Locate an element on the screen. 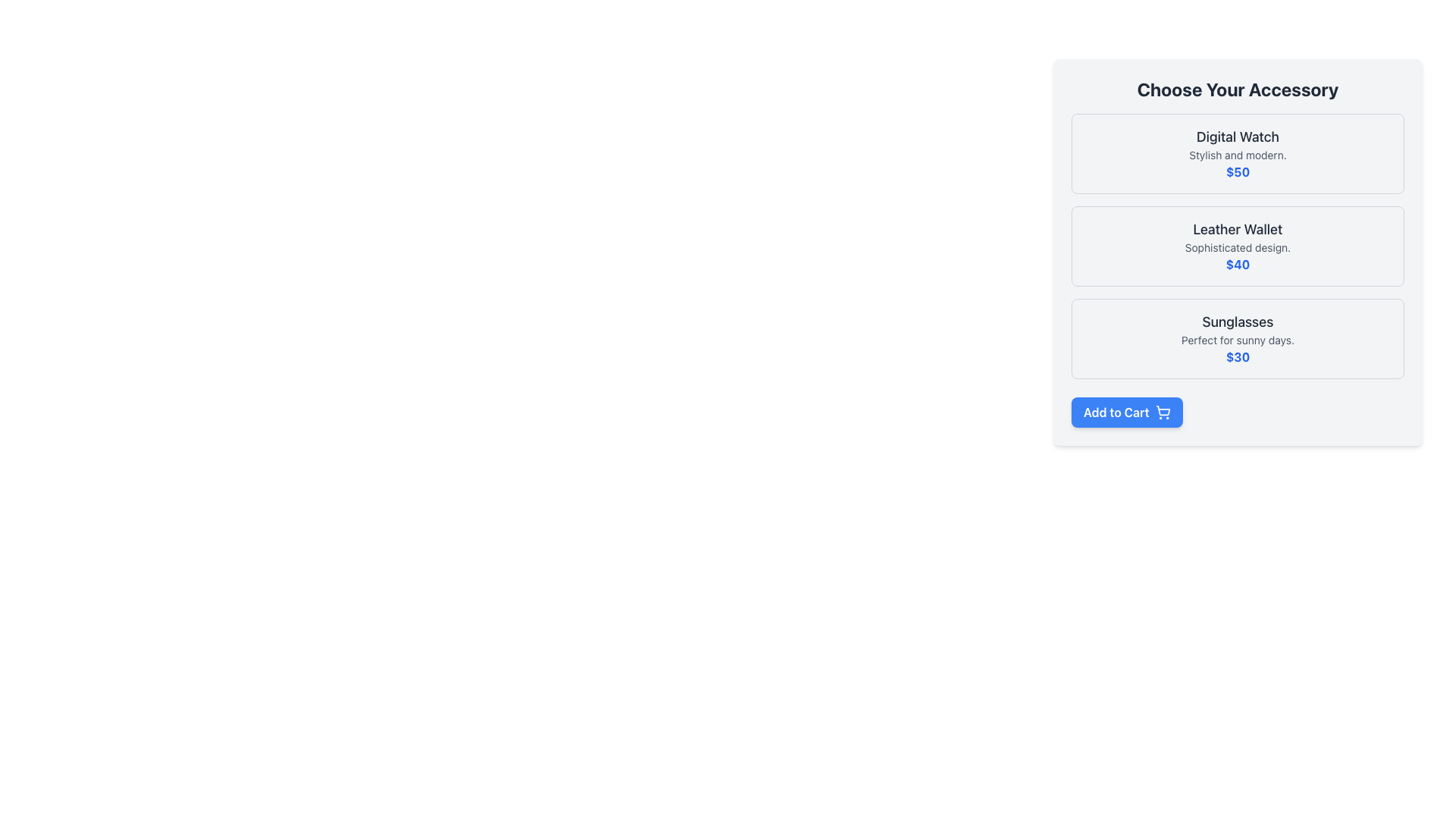 The height and width of the screenshot is (819, 1456). the Informational Card displaying product details, which is the third option in the vertical list of accessory options is located at coordinates (1238, 338).